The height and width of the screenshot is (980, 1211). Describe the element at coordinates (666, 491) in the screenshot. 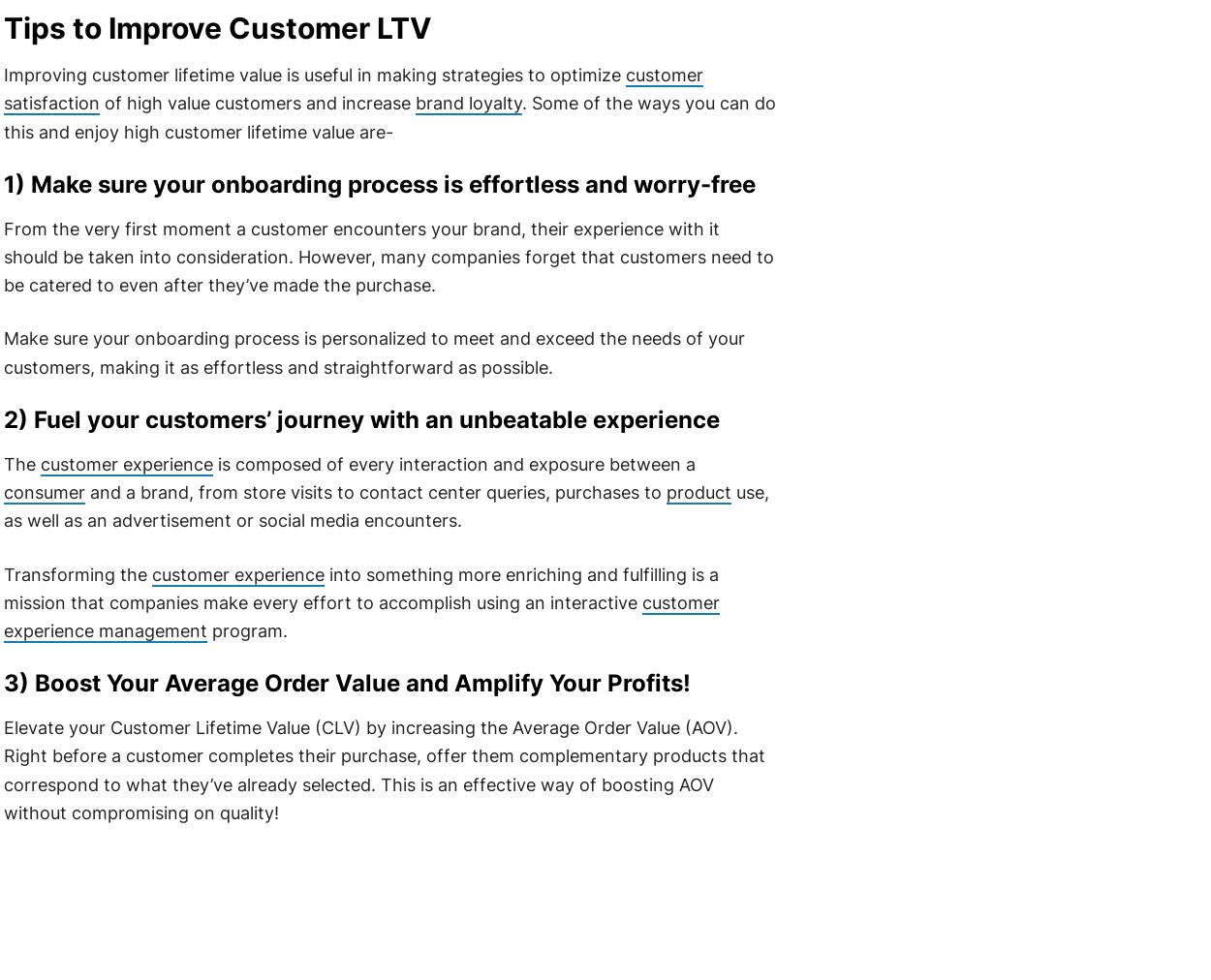

I see `'product'` at that location.